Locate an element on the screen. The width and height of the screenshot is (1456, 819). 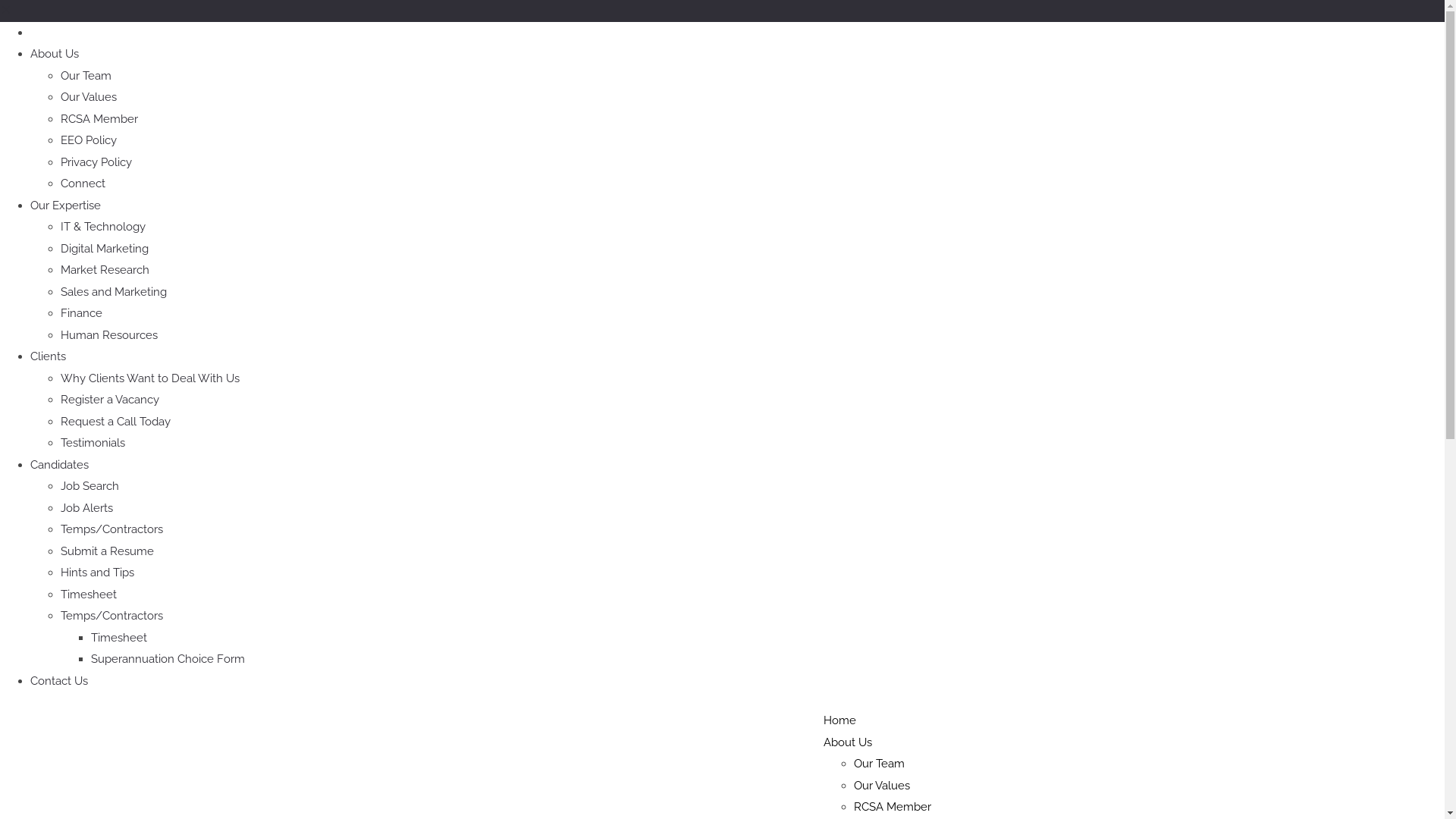
'Market Research' is located at coordinates (104, 268).